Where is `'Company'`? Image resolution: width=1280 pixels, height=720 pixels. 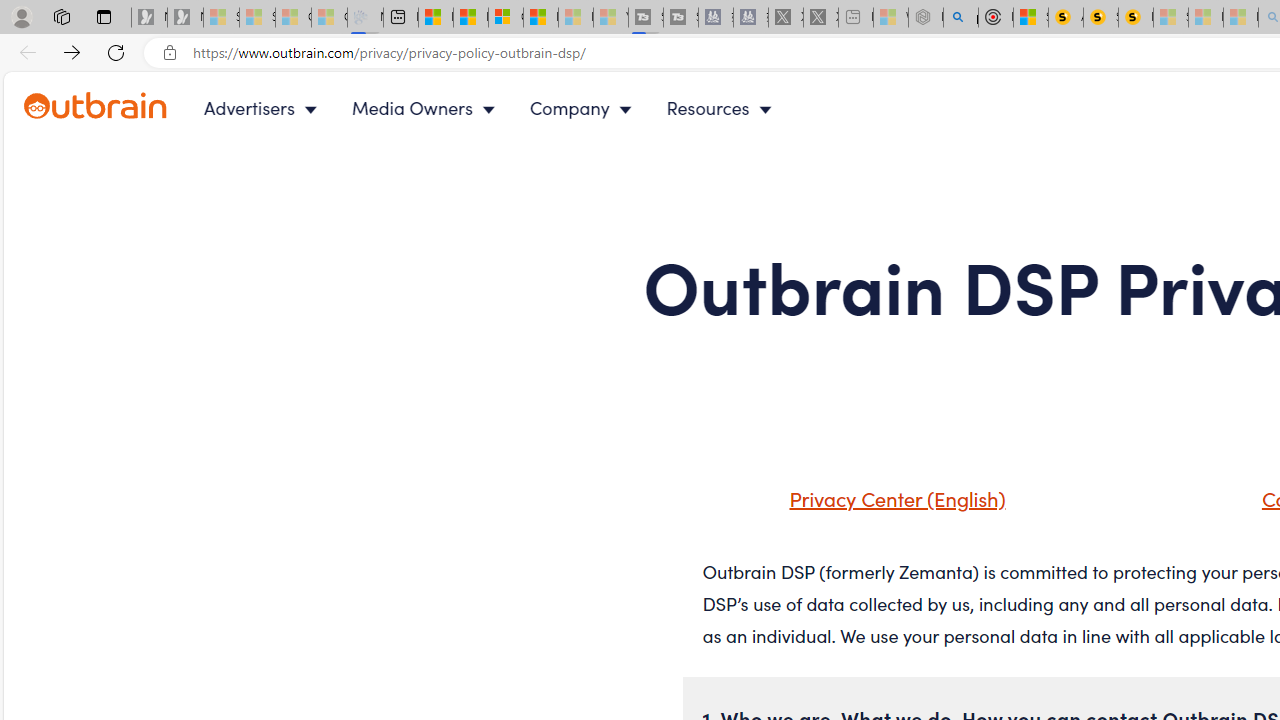 'Company' is located at coordinates (584, 108).